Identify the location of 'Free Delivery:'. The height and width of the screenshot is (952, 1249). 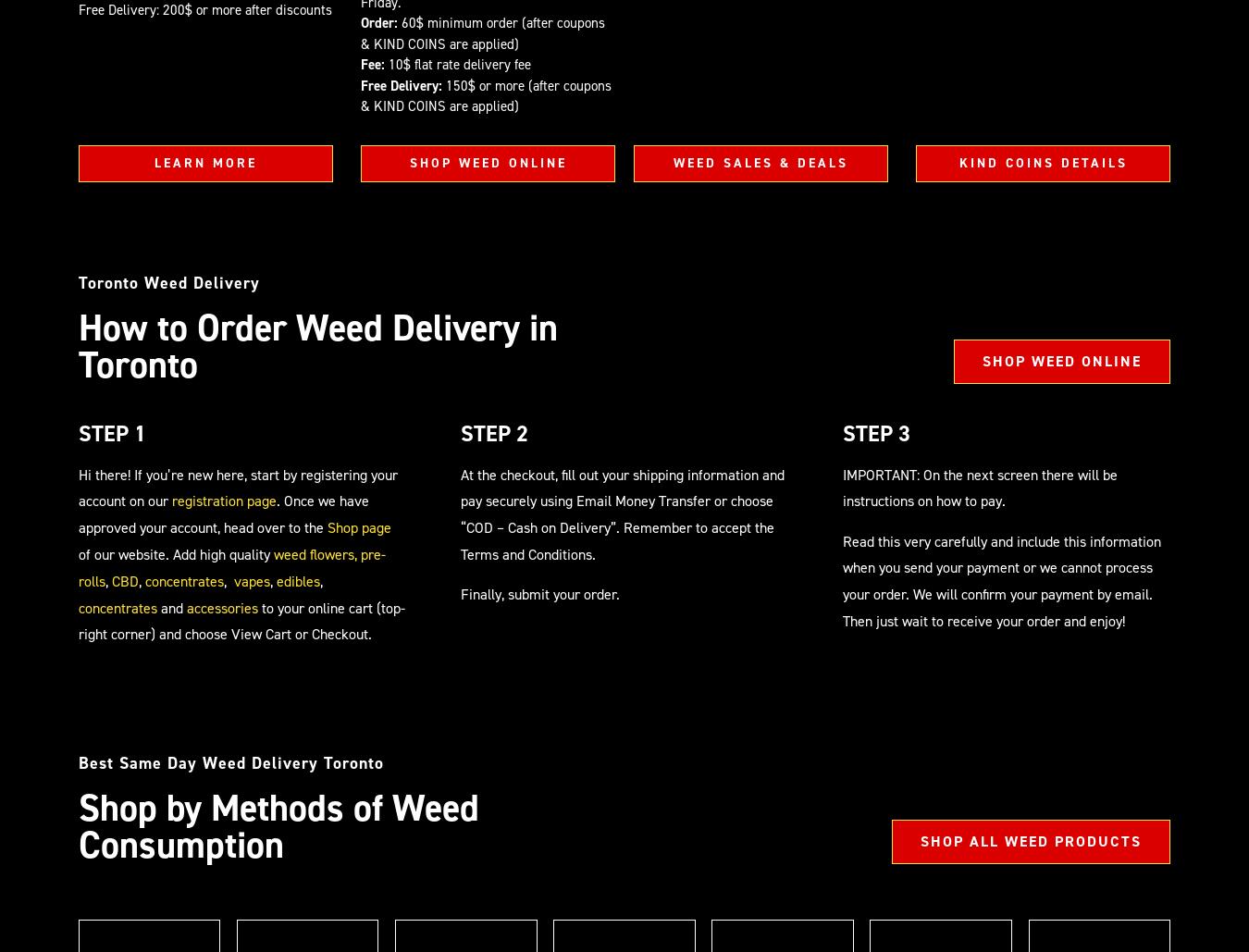
(361, 83).